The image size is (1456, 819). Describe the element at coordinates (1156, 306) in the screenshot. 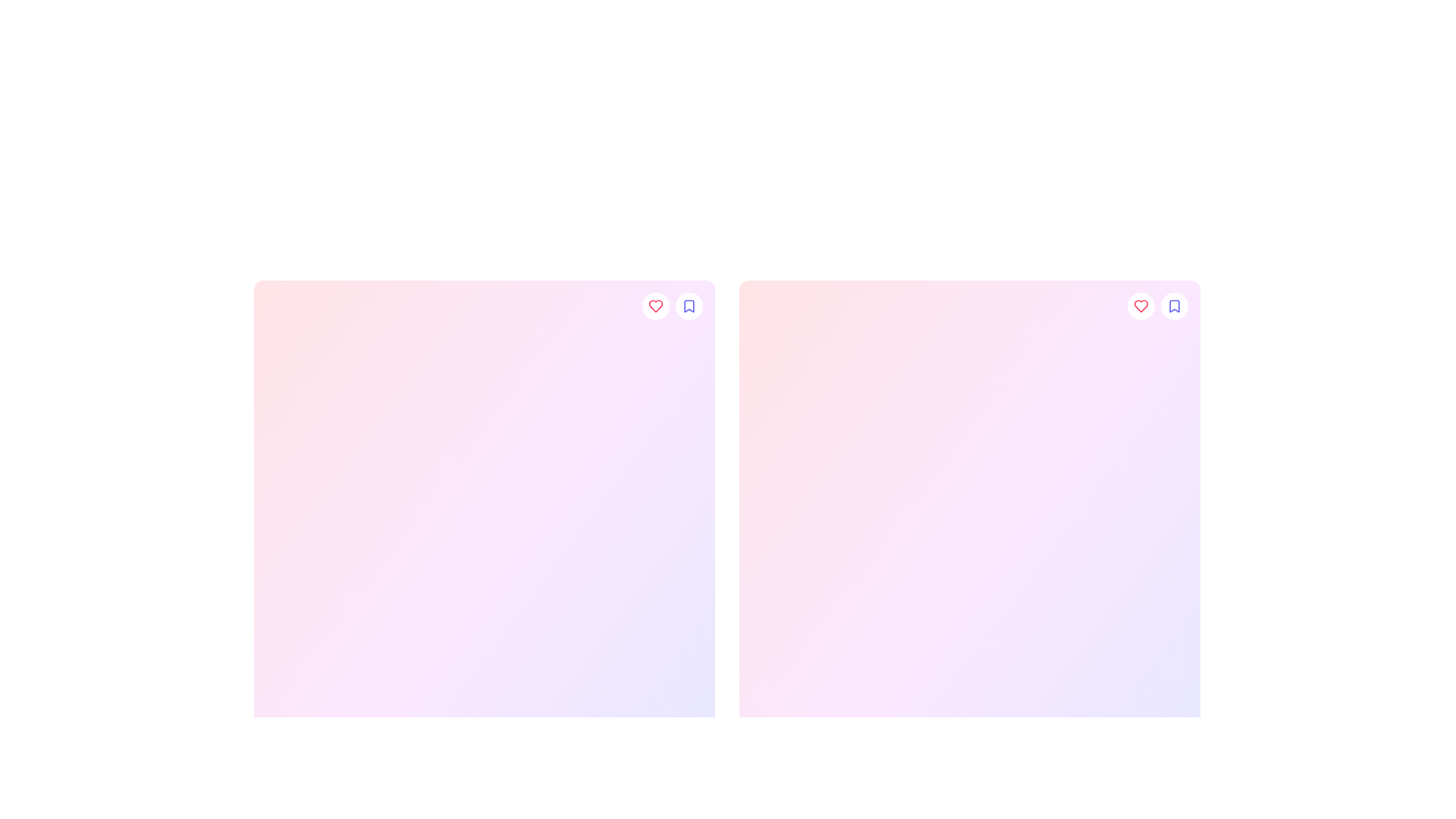

I see `the left button of the button group located at the top-right corner of the card-like structure` at that location.